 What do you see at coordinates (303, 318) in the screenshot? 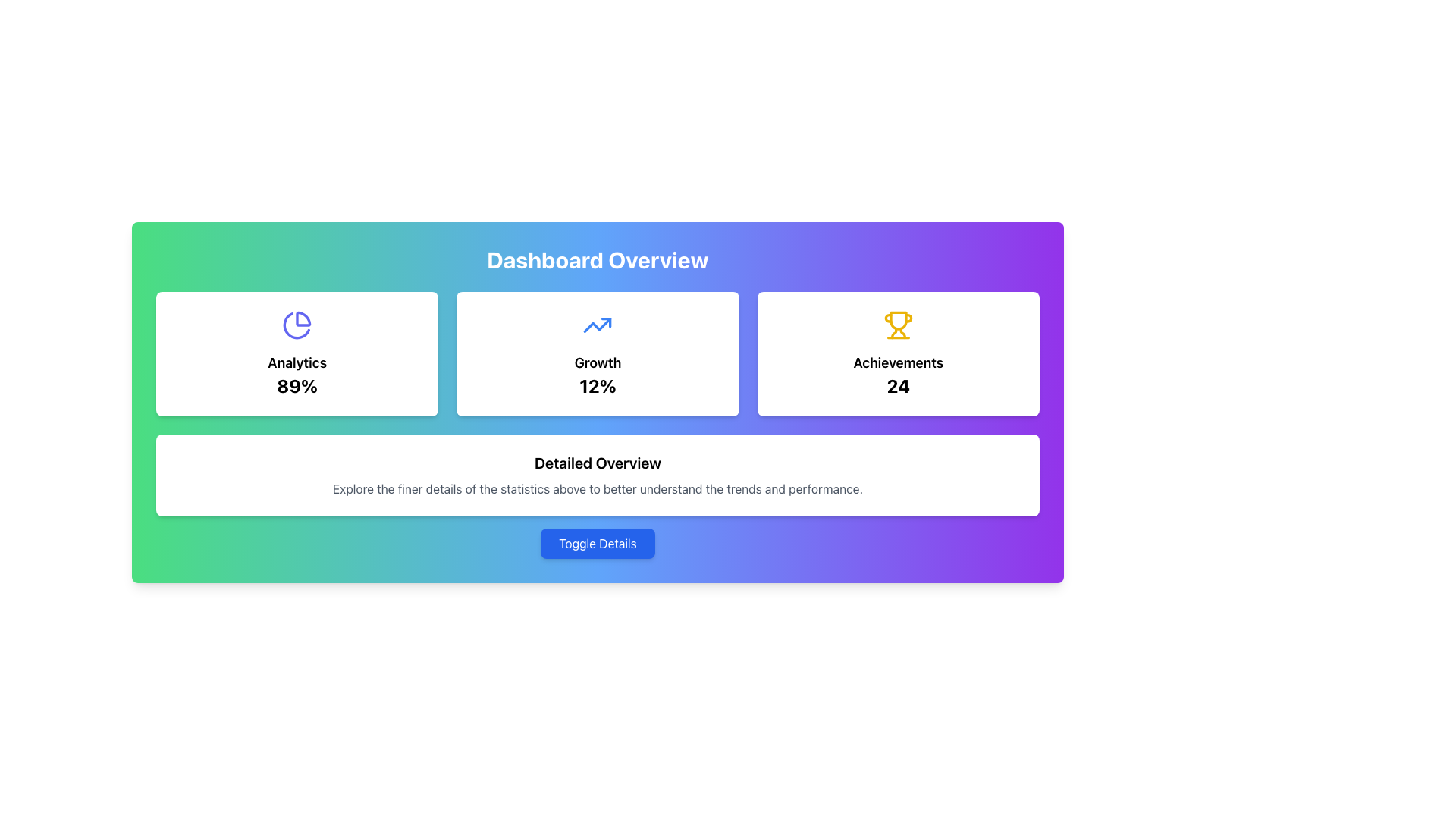
I see `the inner right quarter segment of the pie chart icon in the 'Analytics' card, which is represented by an indigo filled stroke style` at bounding box center [303, 318].